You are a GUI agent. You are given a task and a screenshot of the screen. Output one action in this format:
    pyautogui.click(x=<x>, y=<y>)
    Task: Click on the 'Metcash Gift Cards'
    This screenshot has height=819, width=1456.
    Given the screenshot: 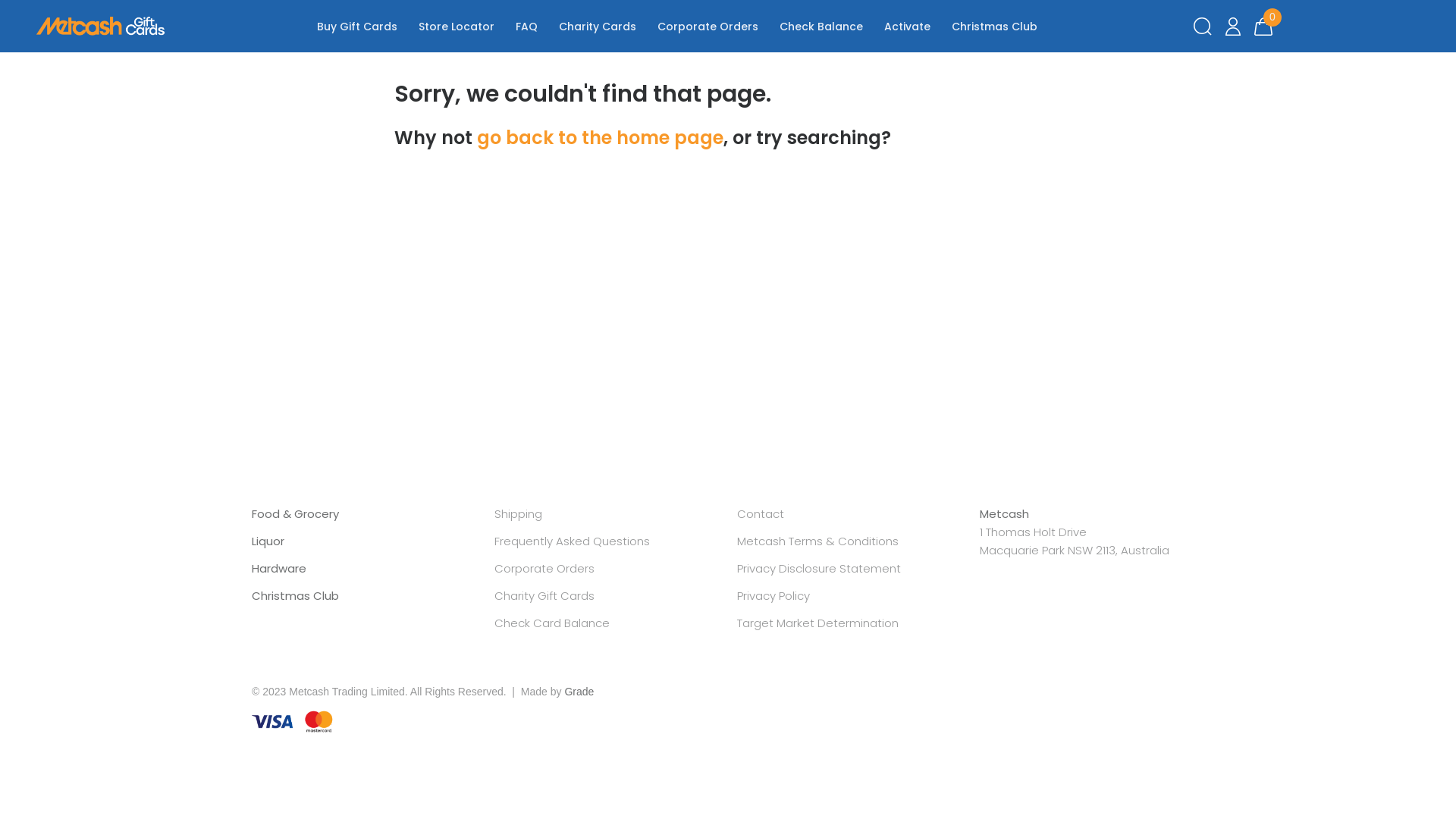 What is the action you would take?
    pyautogui.click(x=100, y=26)
    